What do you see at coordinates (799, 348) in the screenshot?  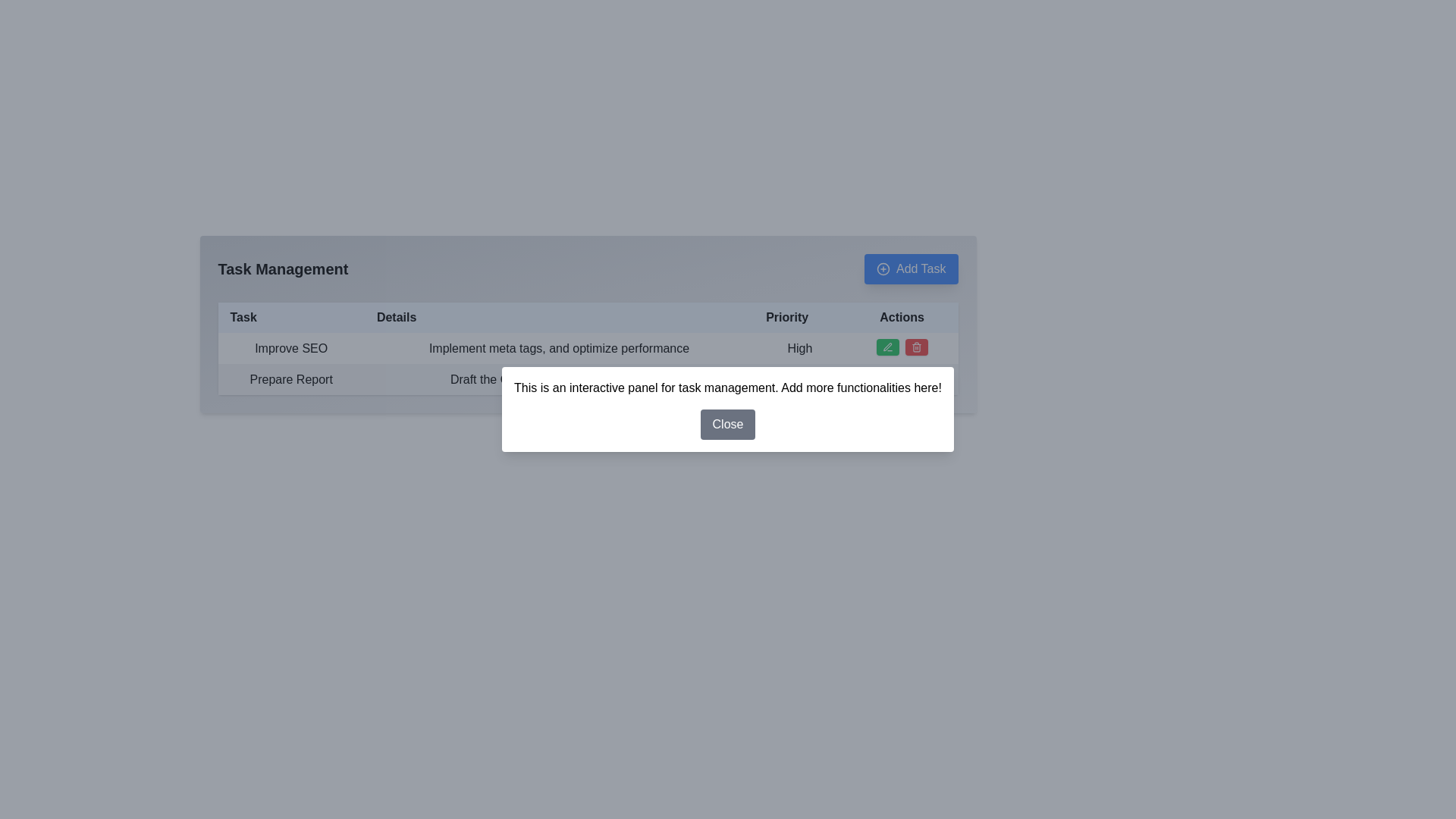 I see `the text label displaying 'High' which is part of the 'Priority' column in the task management table` at bounding box center [799, 348].